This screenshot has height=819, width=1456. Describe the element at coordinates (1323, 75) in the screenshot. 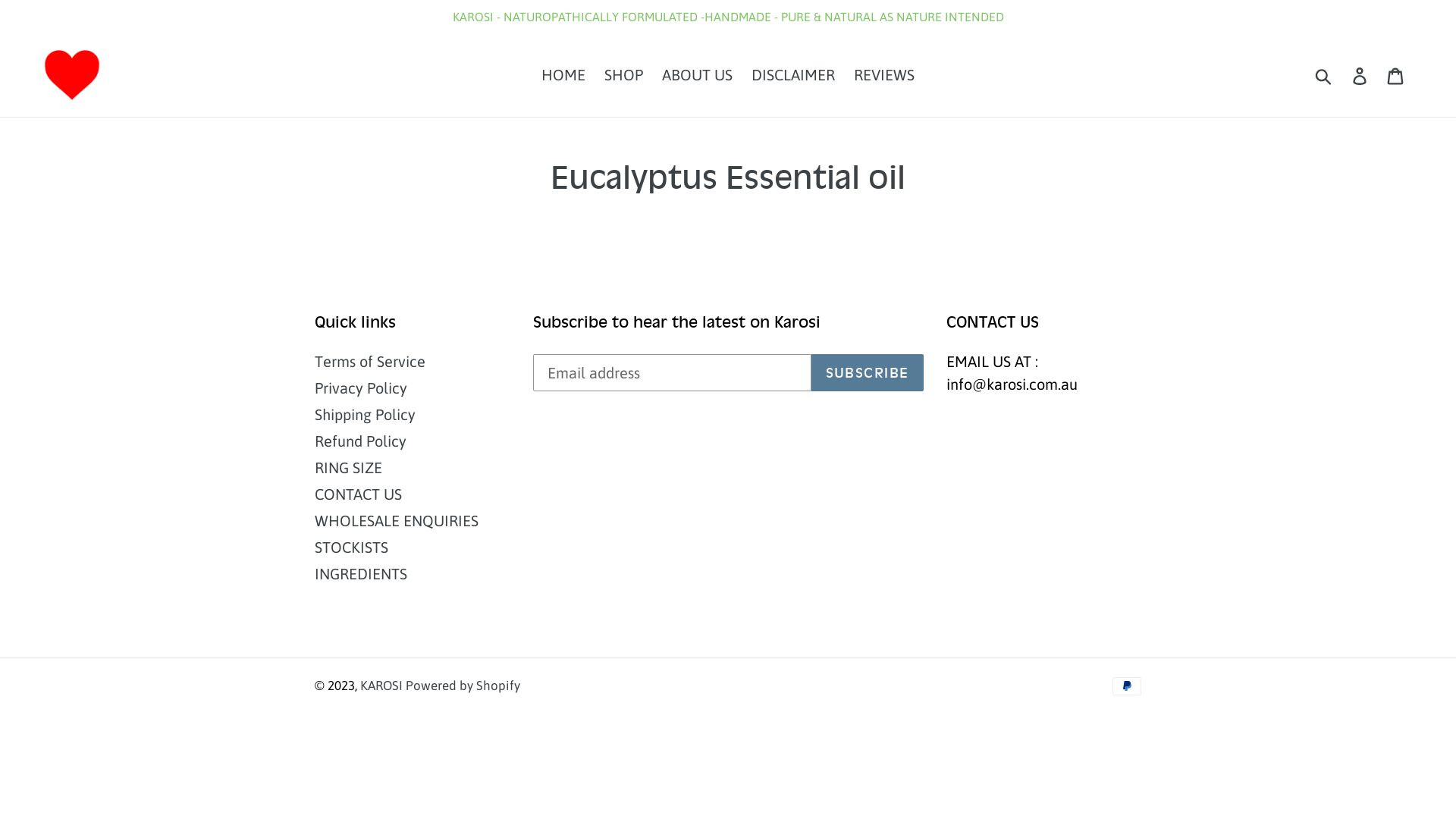

I see `'Submit'` at that location.